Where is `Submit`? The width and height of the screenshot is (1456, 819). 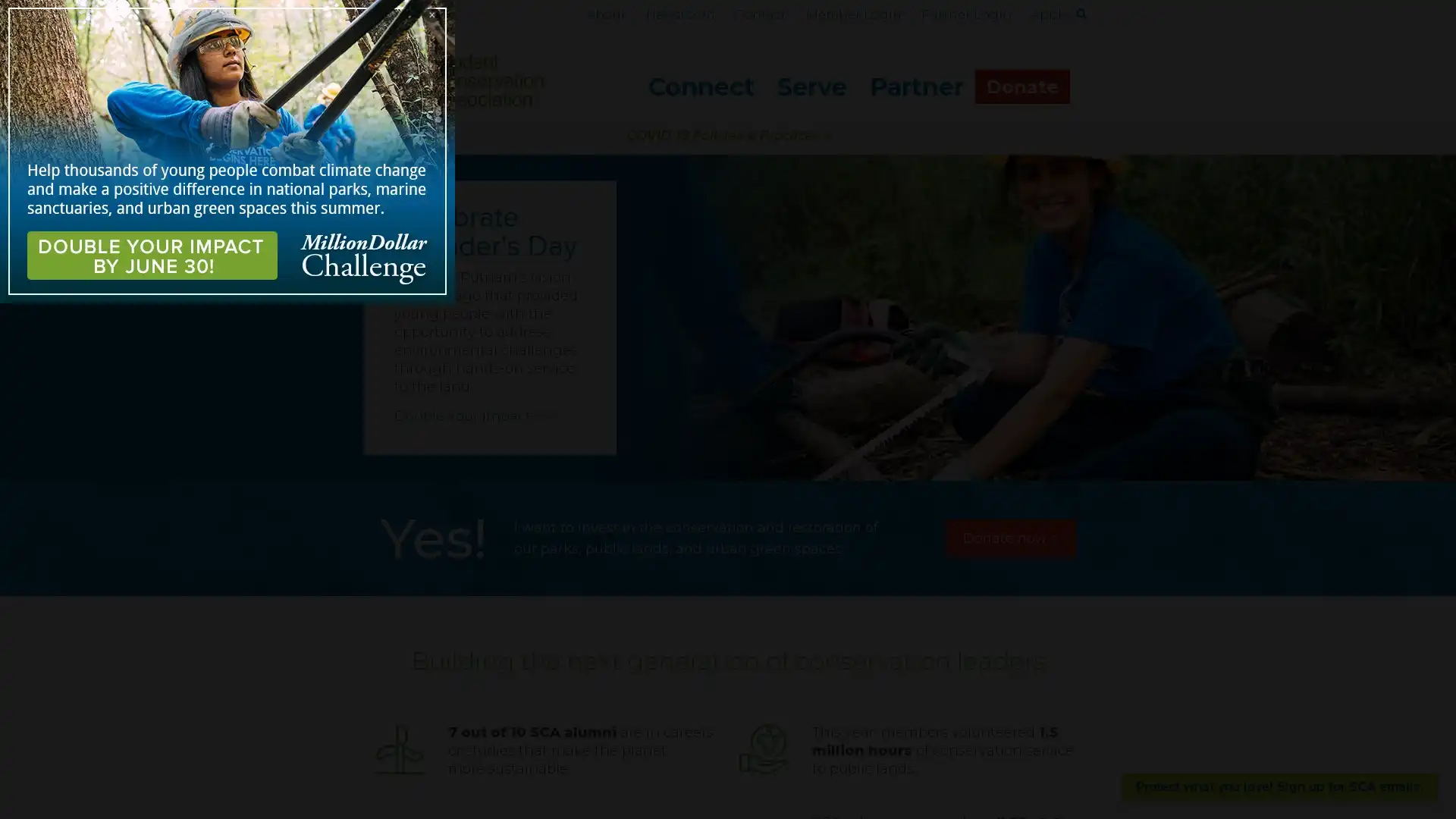
Submit is located at coordinates (1072, 42).